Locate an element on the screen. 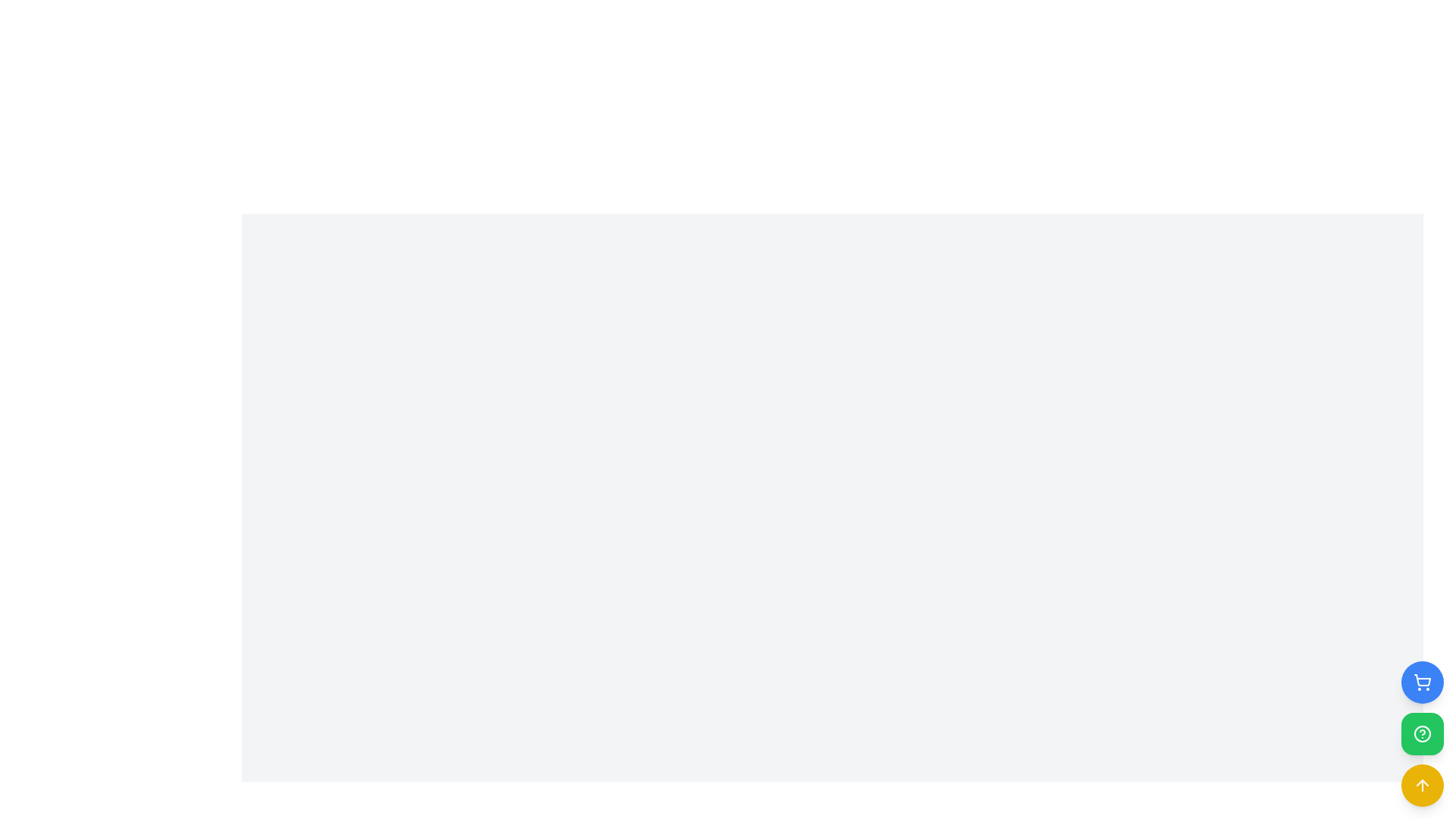 The image size is (1456, 819). the button located at the bottom-right corner, which is the third button in a vertical stack of three is located at coordinates (1422, 785).